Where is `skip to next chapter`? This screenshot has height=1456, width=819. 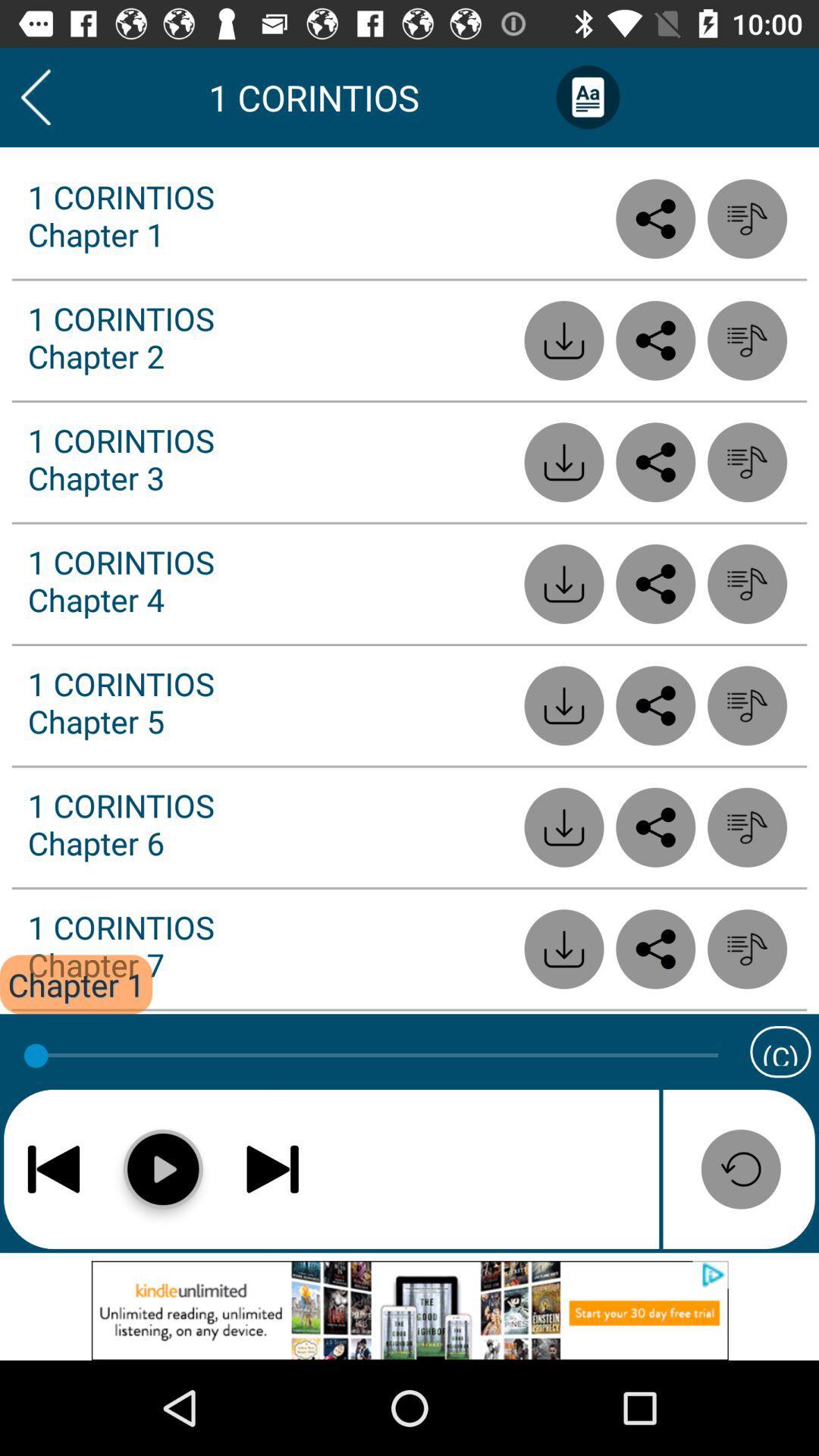 skip to next chapter is located at coordinates (271, 1168).